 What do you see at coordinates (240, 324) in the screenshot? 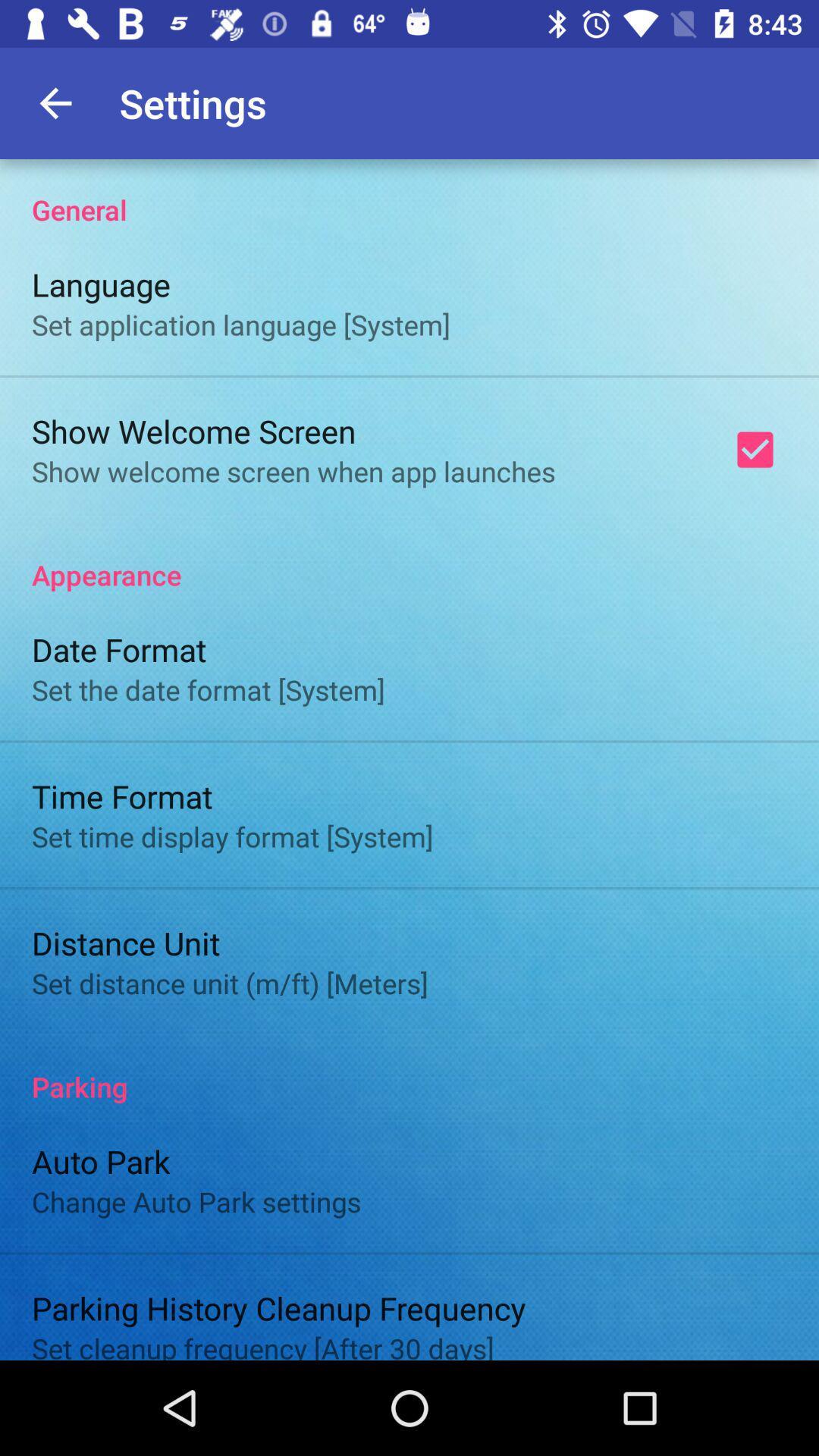
I see `icon above show welcome screen icon` at bounding box center [240, 324].